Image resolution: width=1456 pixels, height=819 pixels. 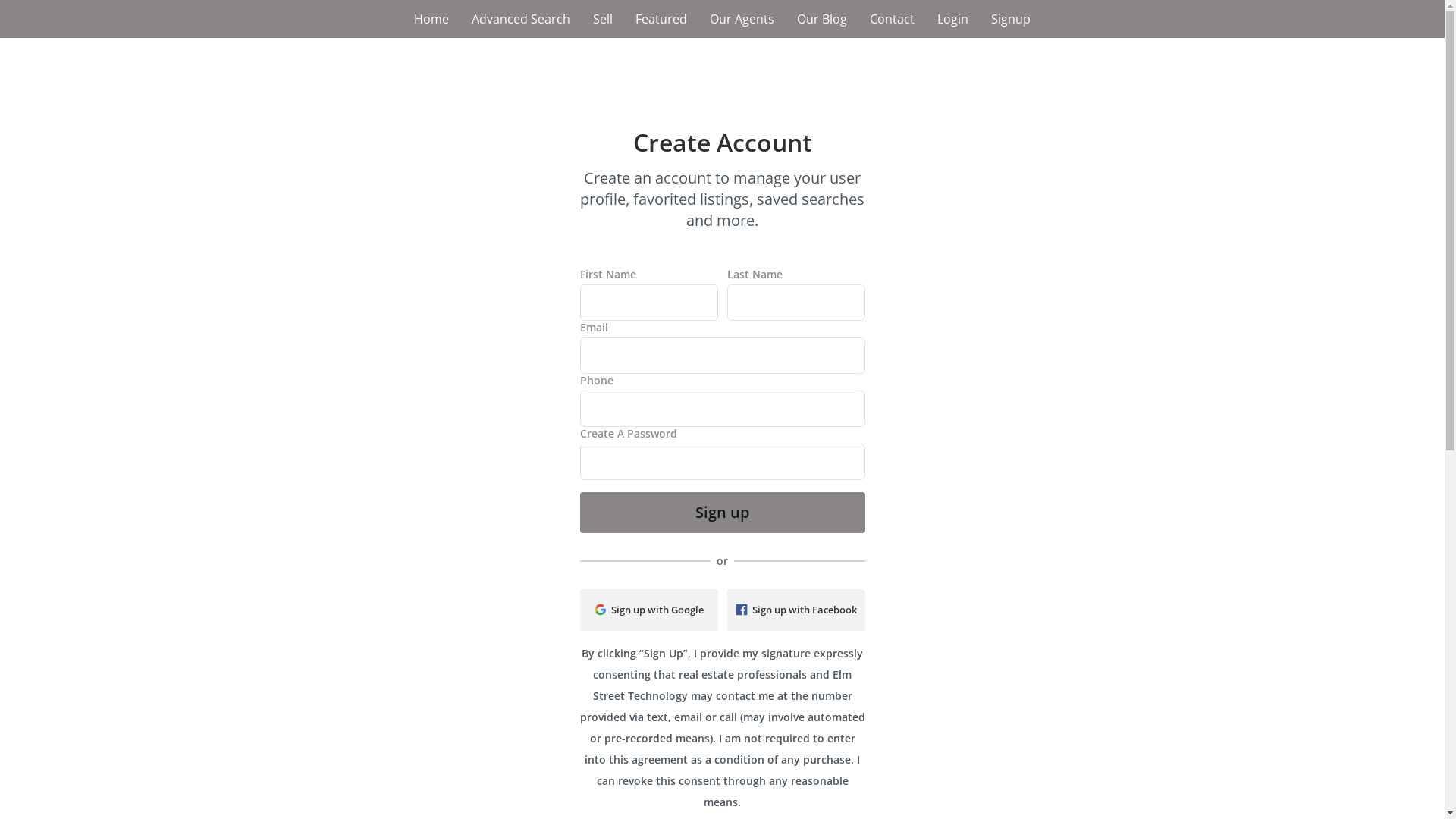 I want to click on 'Featured', so click(x=623, y=18).